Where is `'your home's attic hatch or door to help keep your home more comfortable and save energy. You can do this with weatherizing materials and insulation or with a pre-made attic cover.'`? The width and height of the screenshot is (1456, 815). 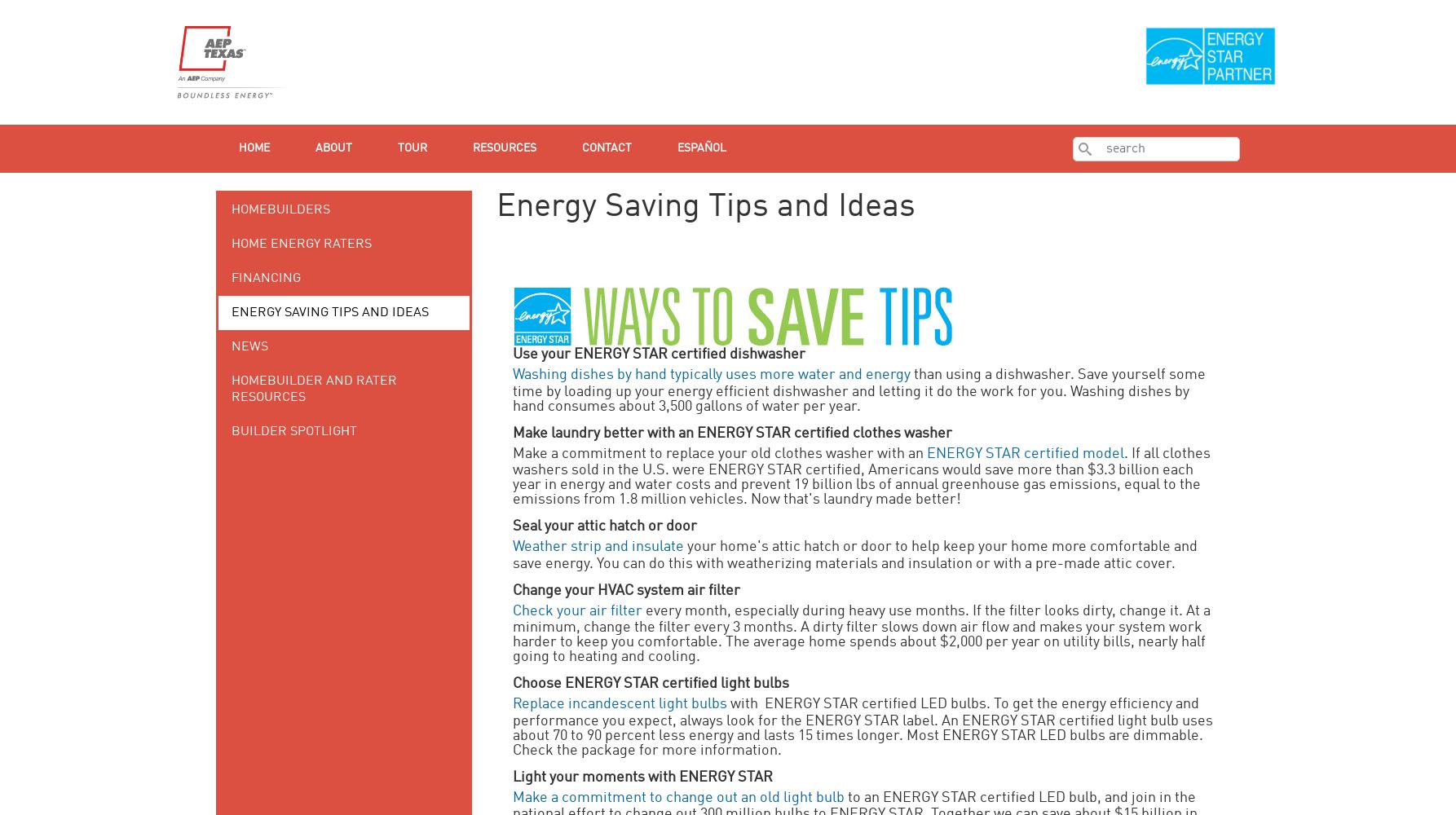 'your home's attic hatch or door to help keep your home more comfortable and save energy. You can do this with weatherizing materials and insulation or with a pre-made attic cover.' is located at coordinates (513, 555).